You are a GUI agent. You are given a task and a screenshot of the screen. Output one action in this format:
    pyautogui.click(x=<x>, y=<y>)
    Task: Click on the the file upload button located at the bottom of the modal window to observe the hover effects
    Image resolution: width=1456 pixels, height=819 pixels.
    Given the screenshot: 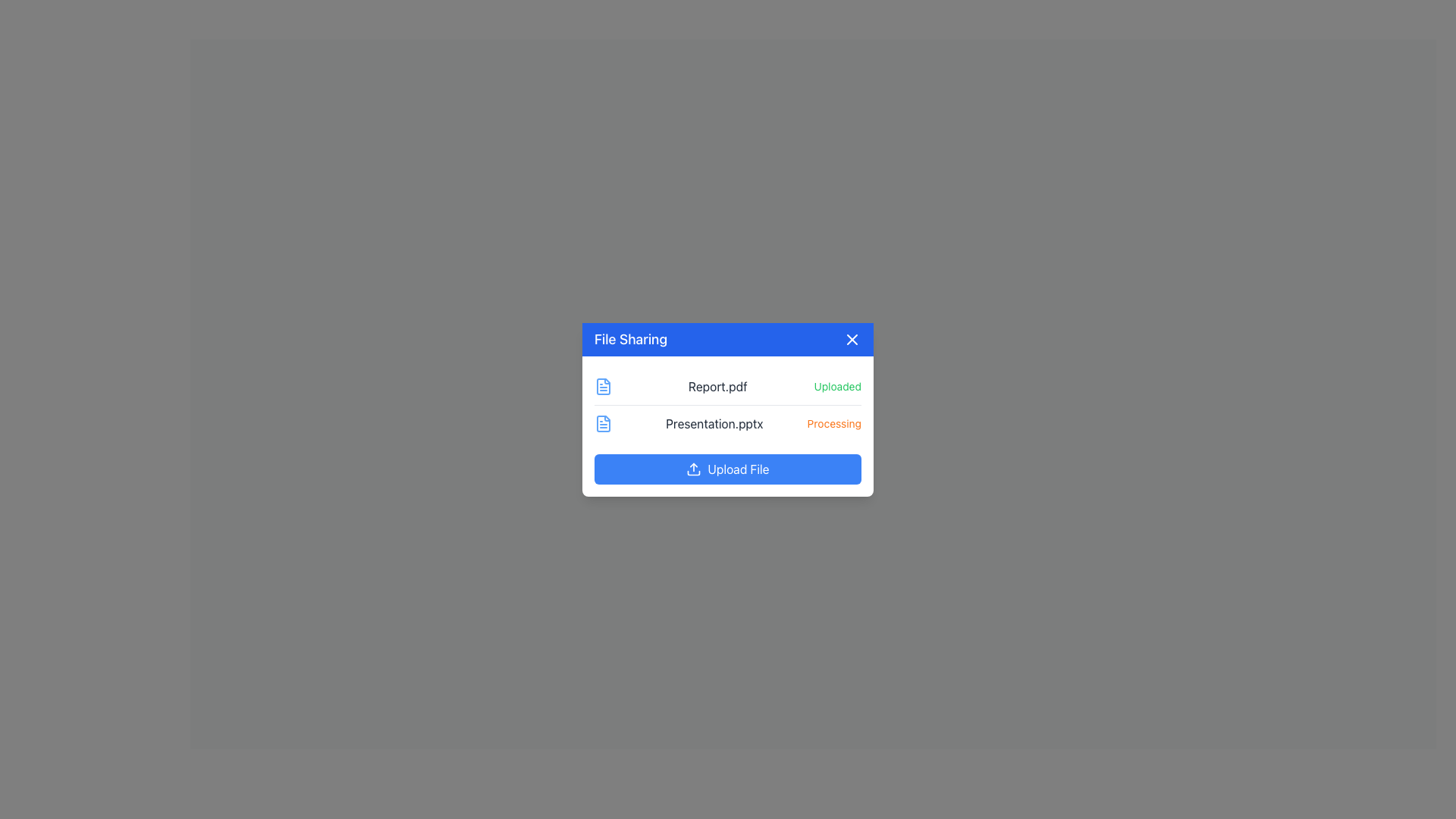 What is the action you would take?
    pyautogui.click(x=728, y=467)
    